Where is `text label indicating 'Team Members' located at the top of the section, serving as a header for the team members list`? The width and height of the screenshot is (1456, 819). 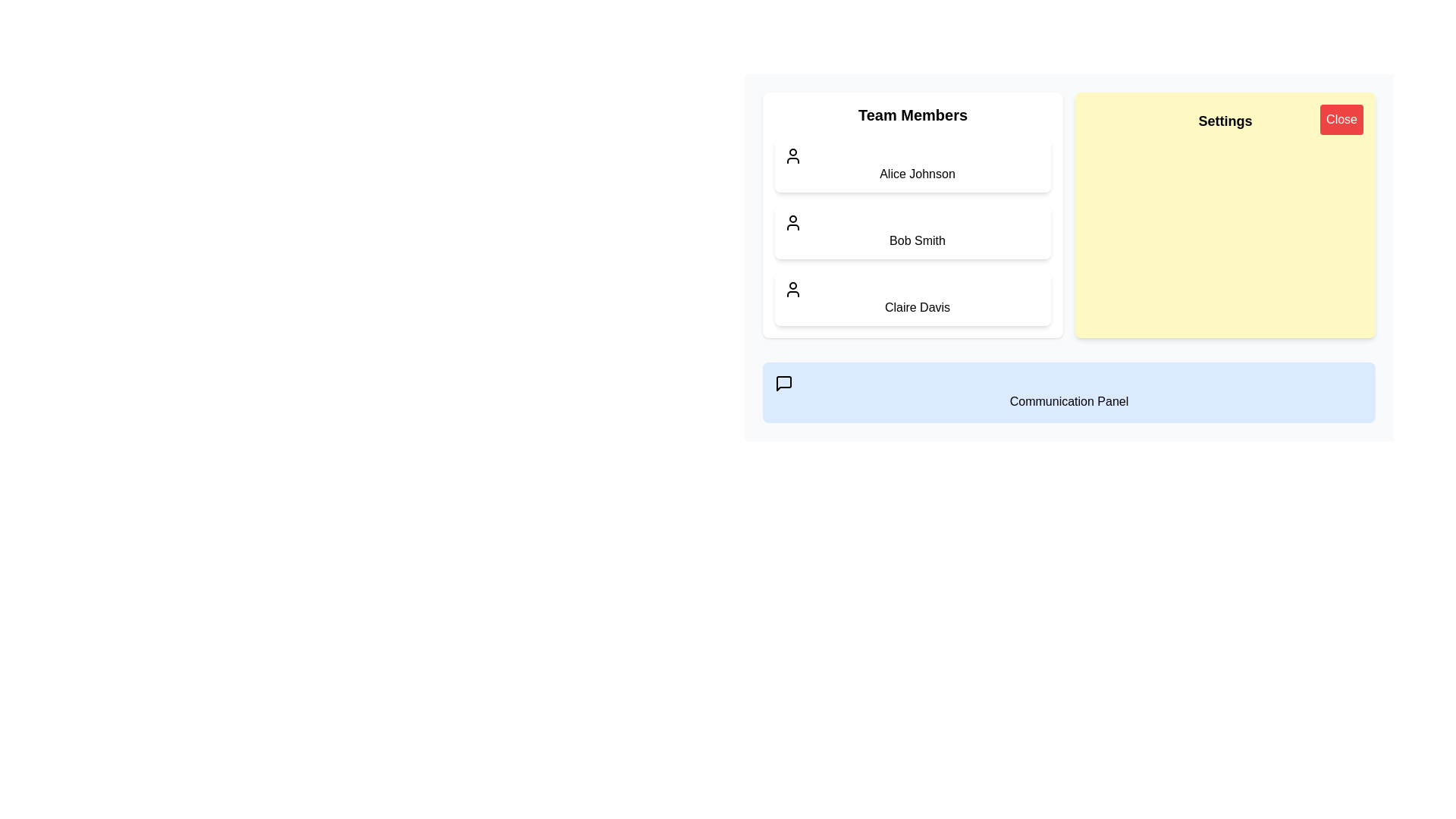
text label indicating 'Team Members' located at the top of the section, serving as a header for the team members list is located at coordinates (912, 114).